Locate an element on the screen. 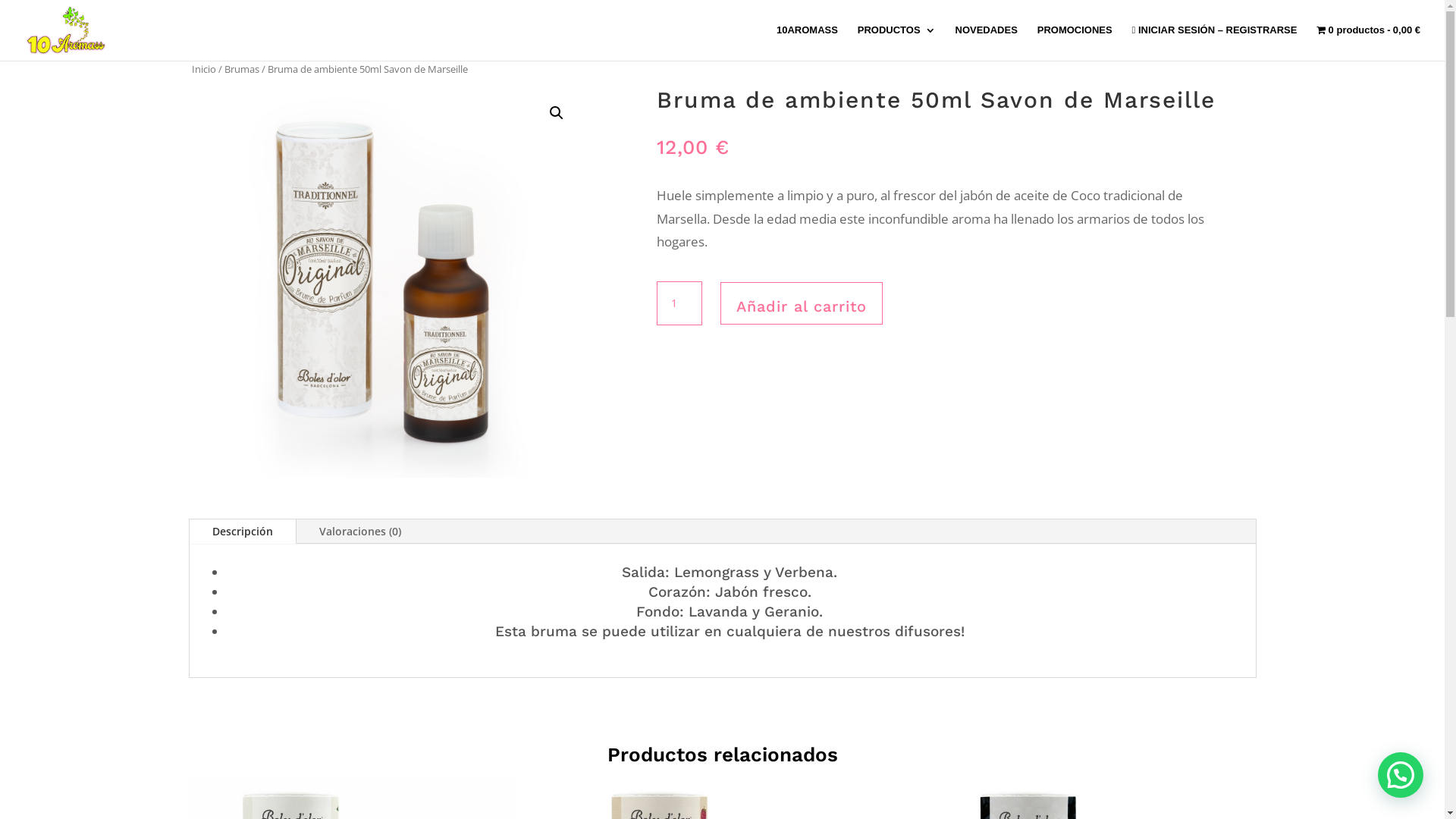 The width and height of the screenshot is (1456, 819). 'Valoraciones (0)' is located at coordinates (359, 531).